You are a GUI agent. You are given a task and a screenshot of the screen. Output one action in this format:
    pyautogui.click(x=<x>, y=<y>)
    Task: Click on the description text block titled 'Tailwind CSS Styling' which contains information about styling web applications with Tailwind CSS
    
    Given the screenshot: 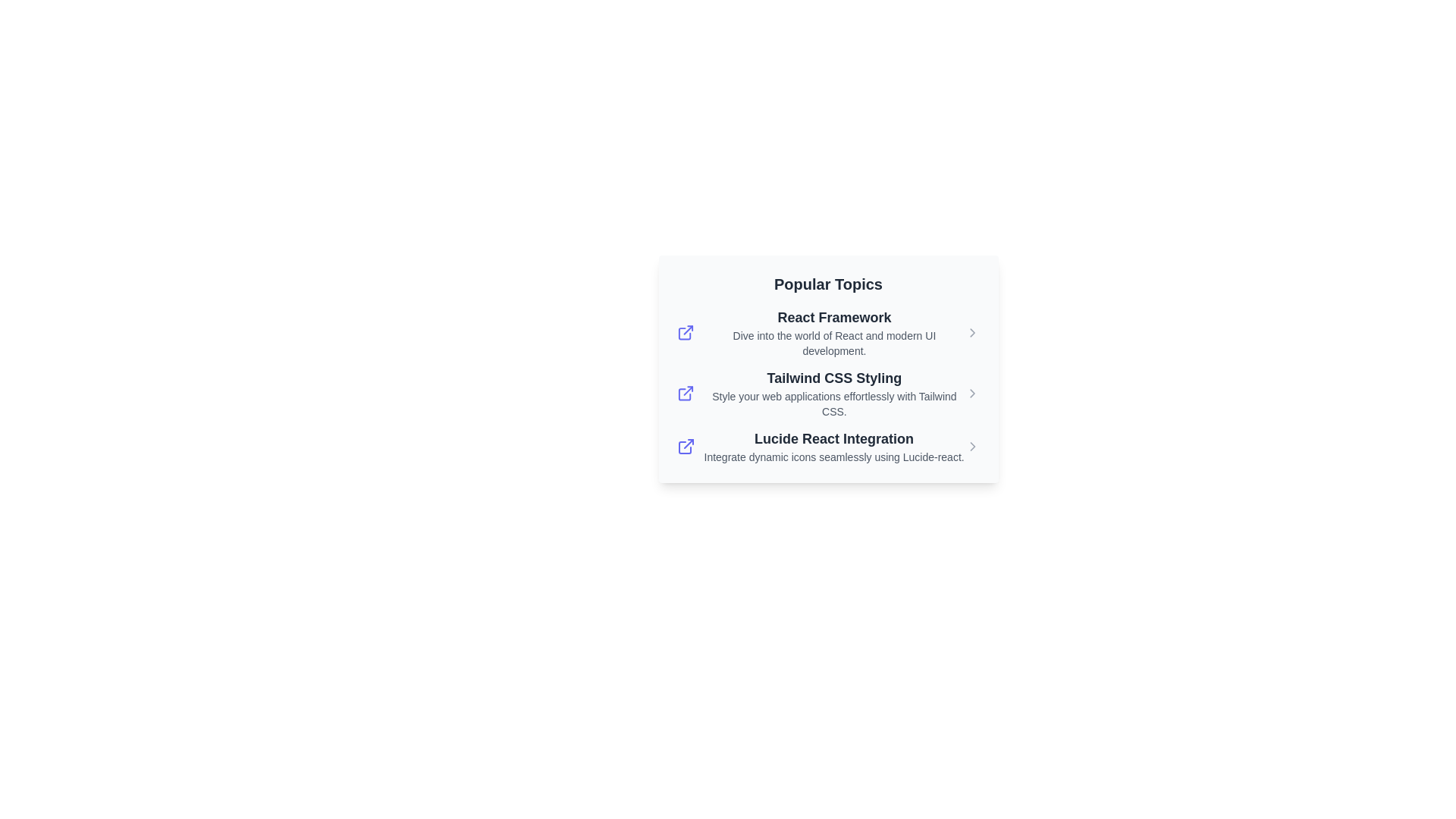 What is the action you would take?
    pyautogui.click(x=833, y=393)
    